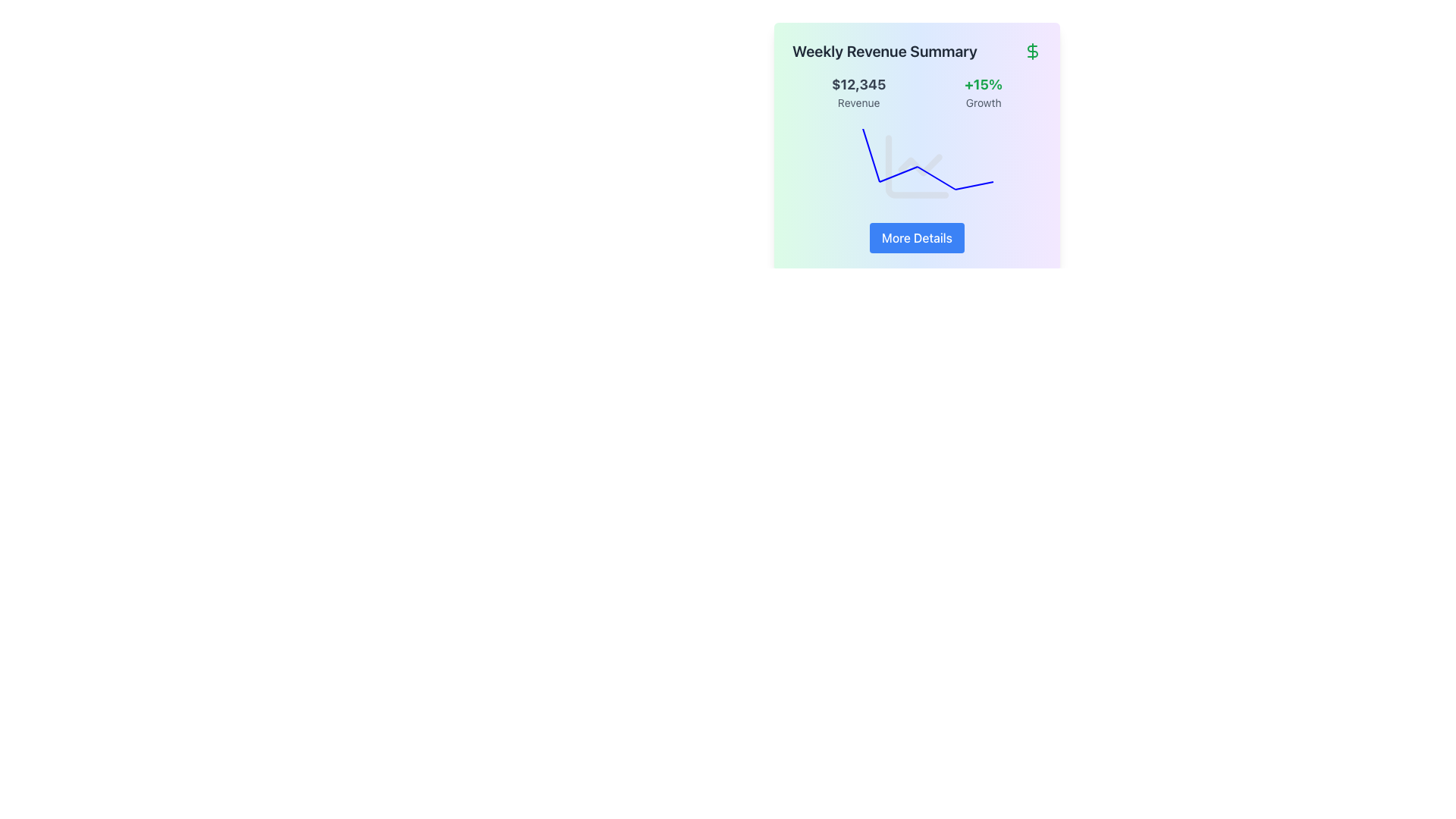  What do you see at coordinates (919, 165) in the screenshot?
I see `the zigzag line icon representing a line-graph style in the revenue summary card, located below the revenue metrics and above the 'More Details' button` at bounding box center [919, 165].